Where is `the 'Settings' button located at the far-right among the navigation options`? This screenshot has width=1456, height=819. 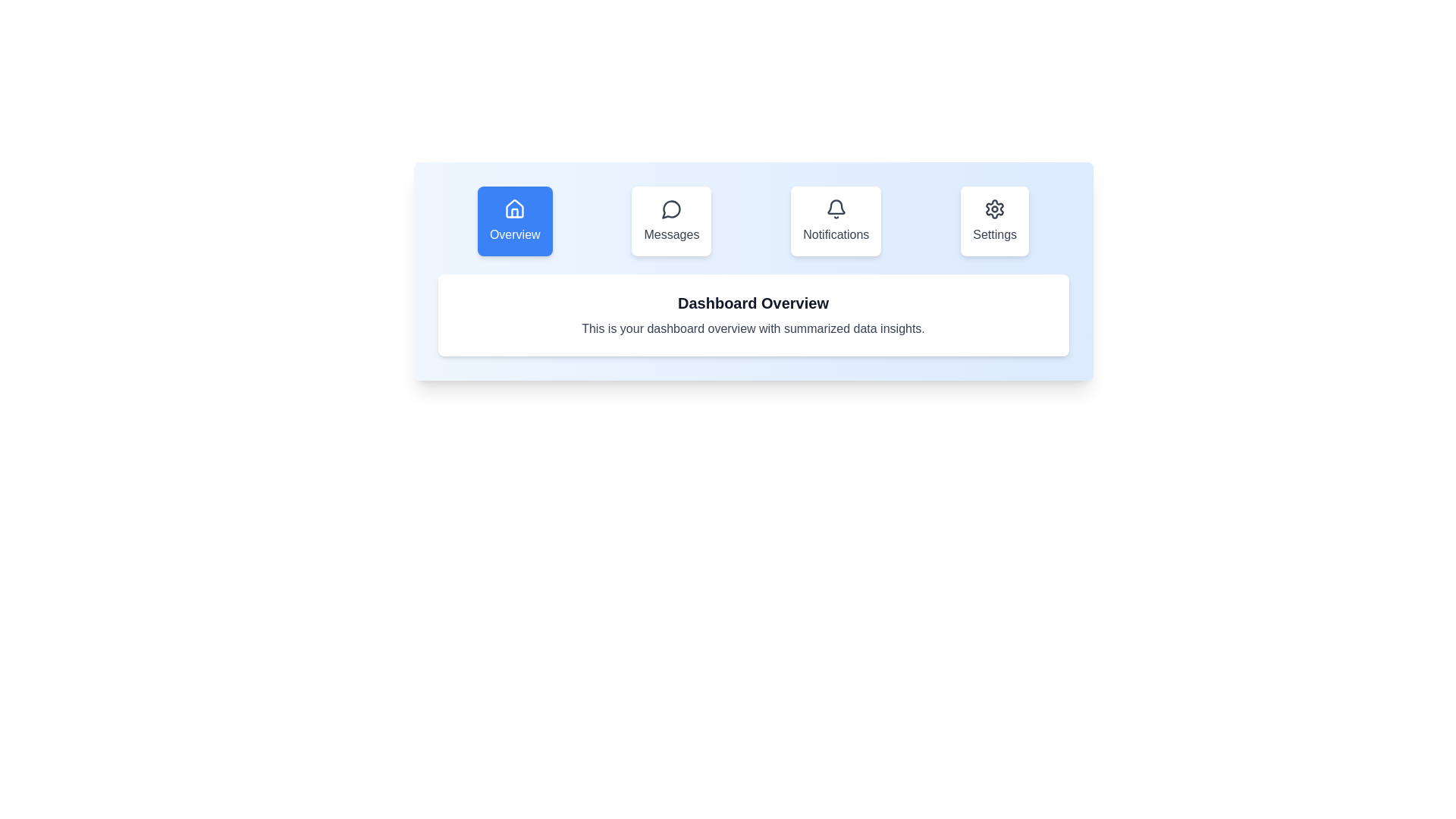 the 'Settings' button located at the far-right among the navigation options is located at coordinates (995, 221).